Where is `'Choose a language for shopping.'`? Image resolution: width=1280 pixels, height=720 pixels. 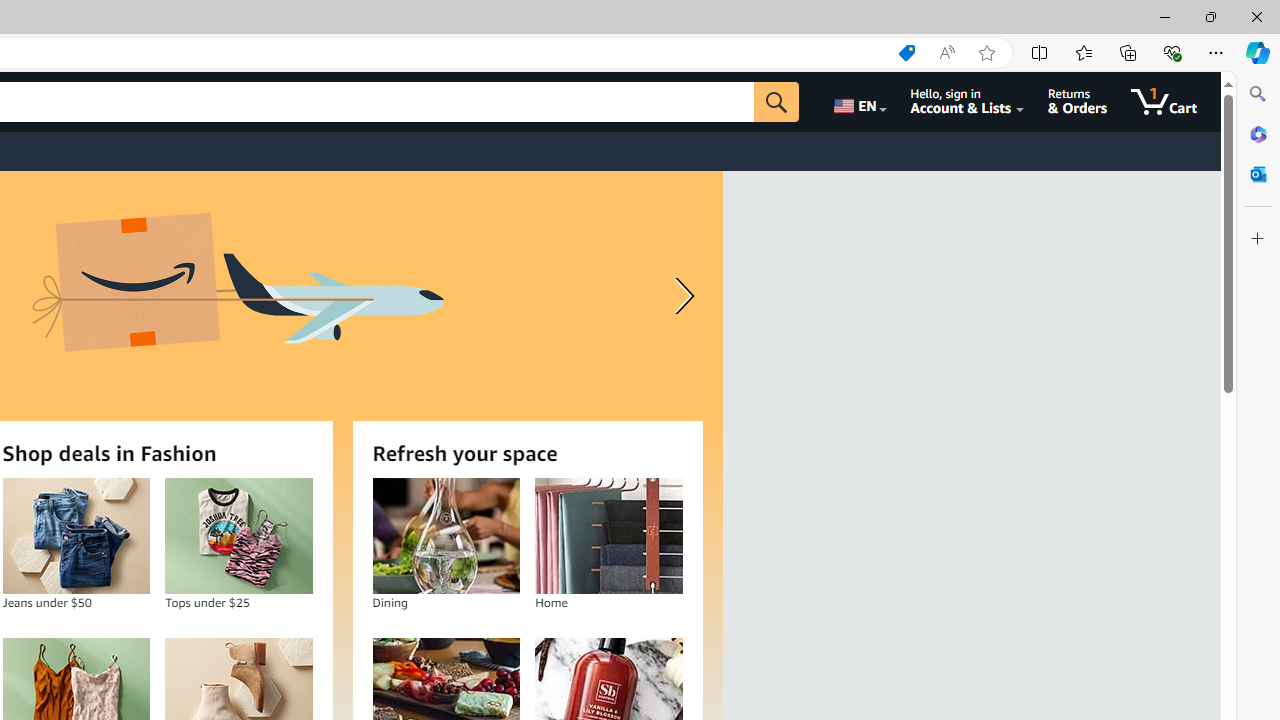
'Choose a language for shopping.' is located at coordinates (858, 101).